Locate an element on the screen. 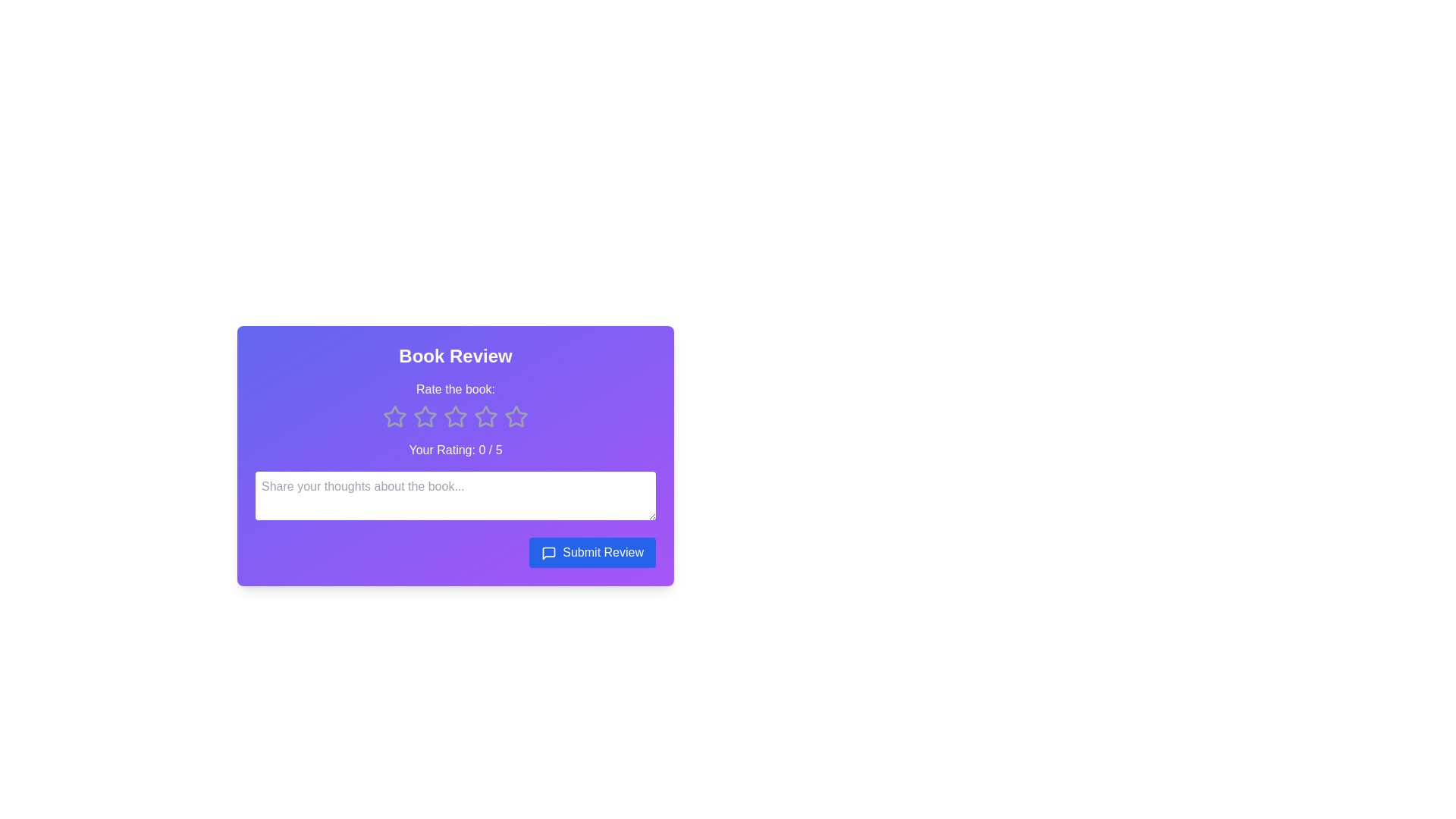 The height and width of the screenshot is (819, 1456). the text area to focus and input the feedback text is located at coordinates (454, 496).